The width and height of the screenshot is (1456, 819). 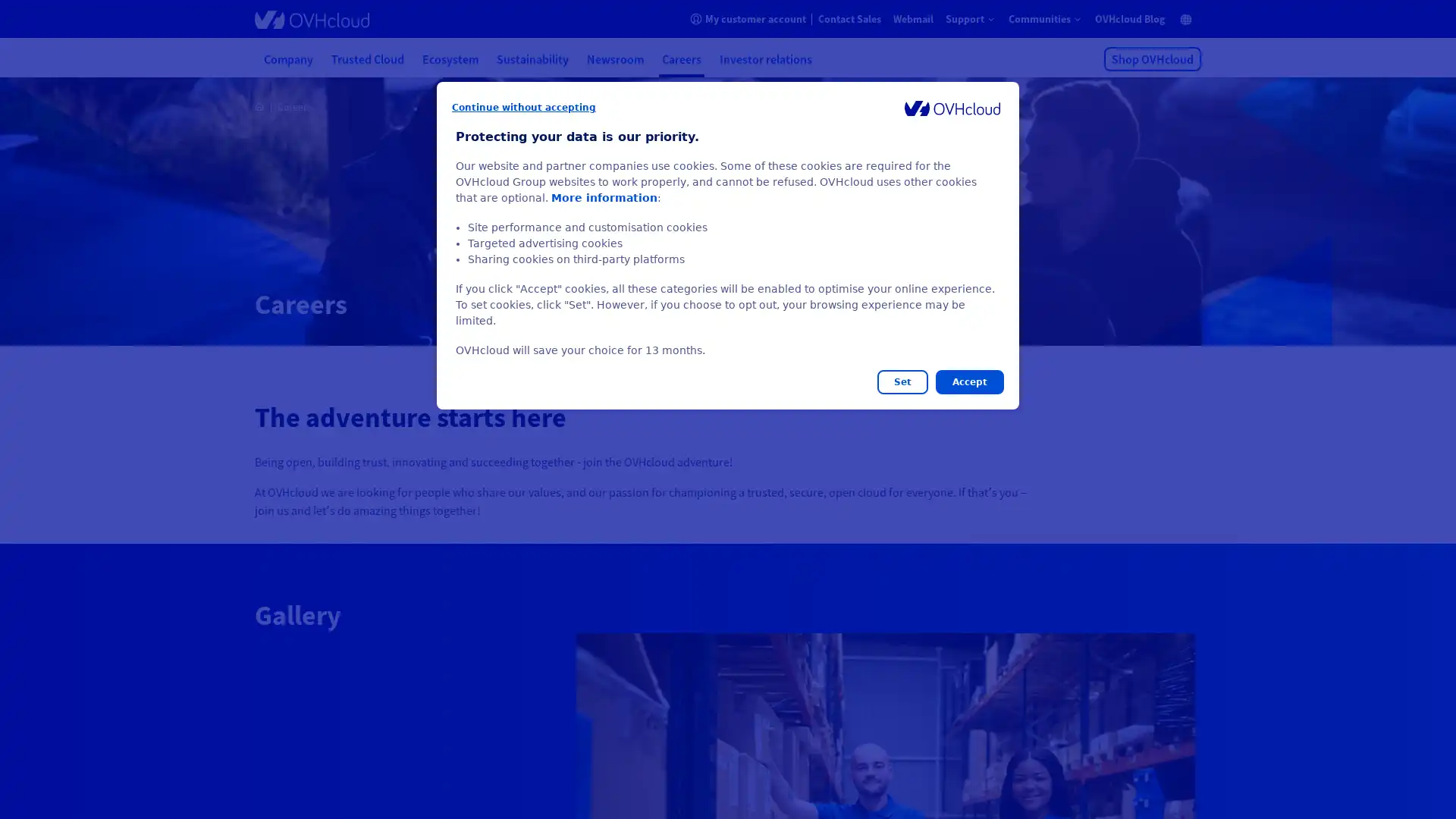 I want to click on Set, so click(x=902, y=381).